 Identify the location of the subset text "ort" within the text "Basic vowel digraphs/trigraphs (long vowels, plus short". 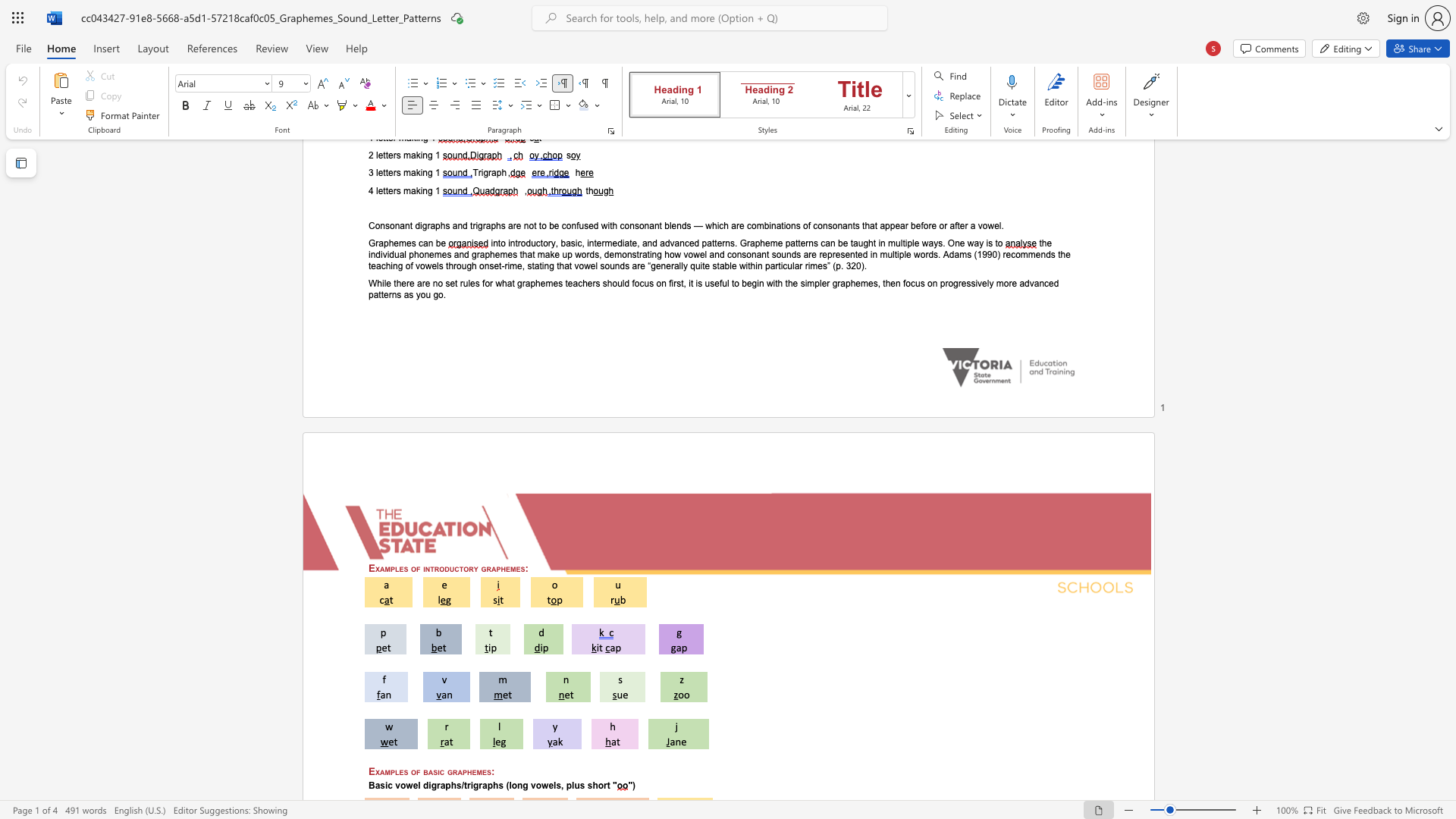
(597, 785).